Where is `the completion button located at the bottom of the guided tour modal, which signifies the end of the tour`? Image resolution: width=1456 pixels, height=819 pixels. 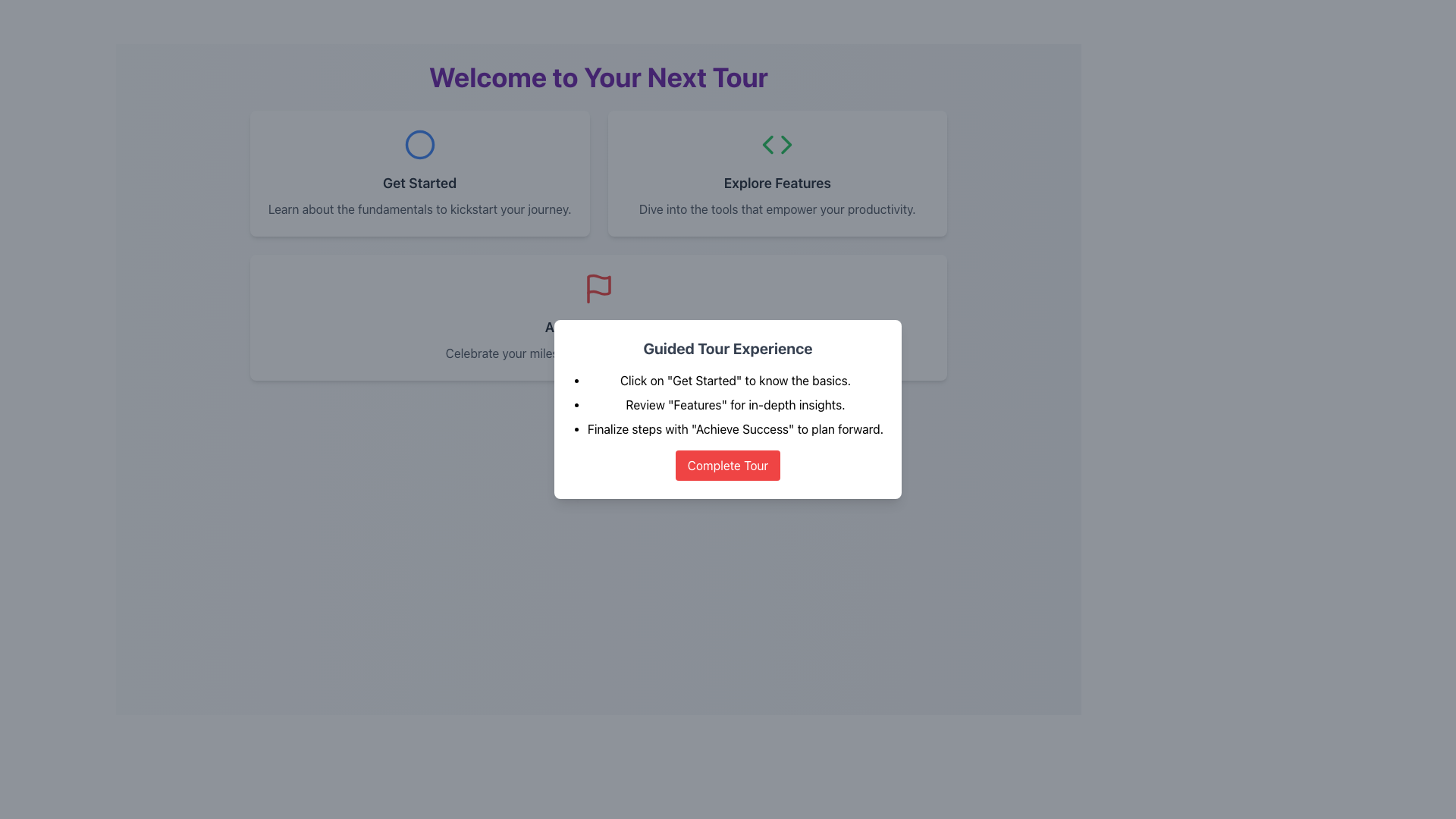 the completion button located at the bottom of the guided tour modal, which signifies the end of the tour is located at coordinates (728, 464).